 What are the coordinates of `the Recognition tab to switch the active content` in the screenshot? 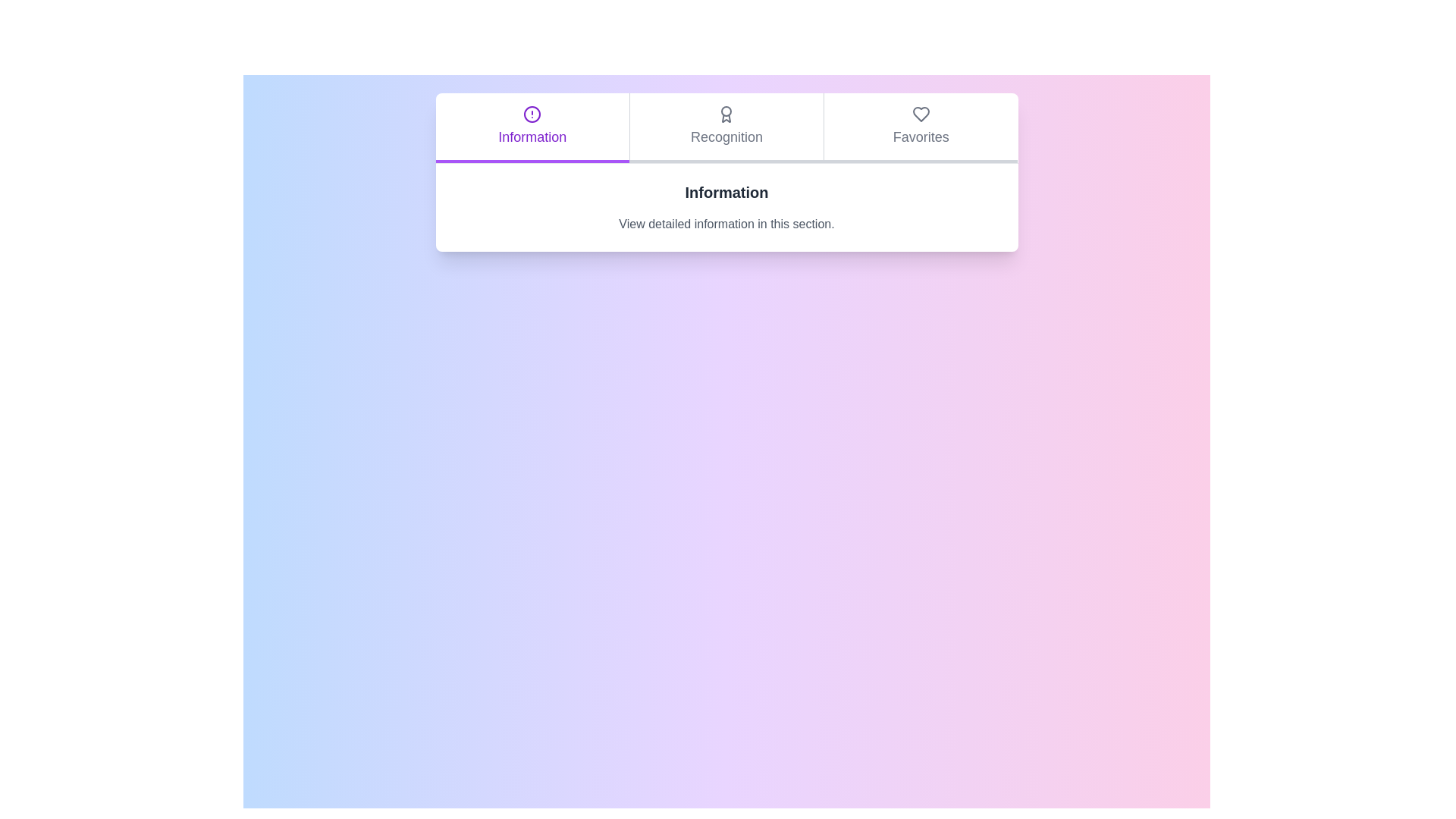 It's located at (726, 127).